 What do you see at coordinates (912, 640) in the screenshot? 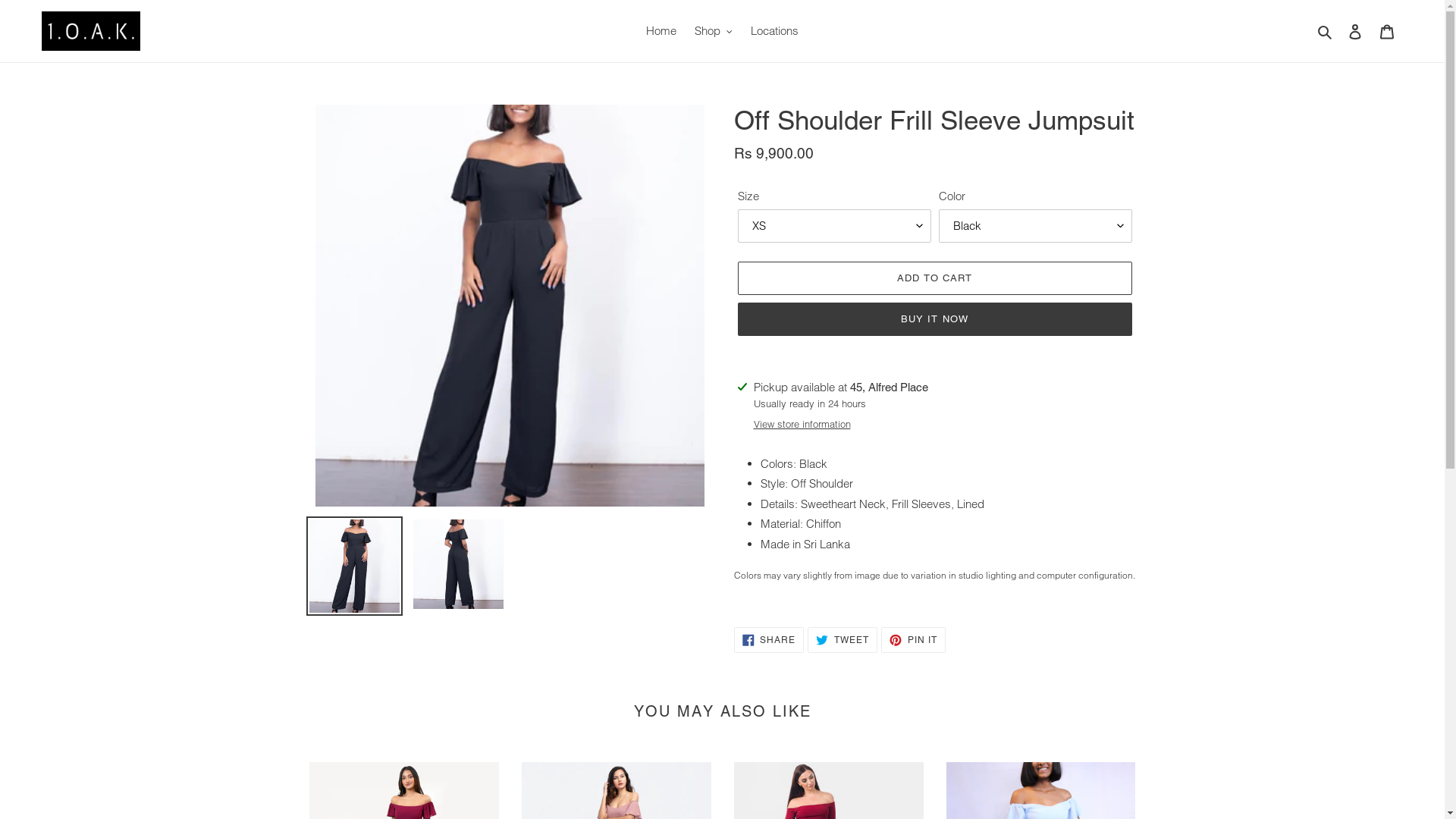
I see `'PIN IT` at bounding box center [912, 640].